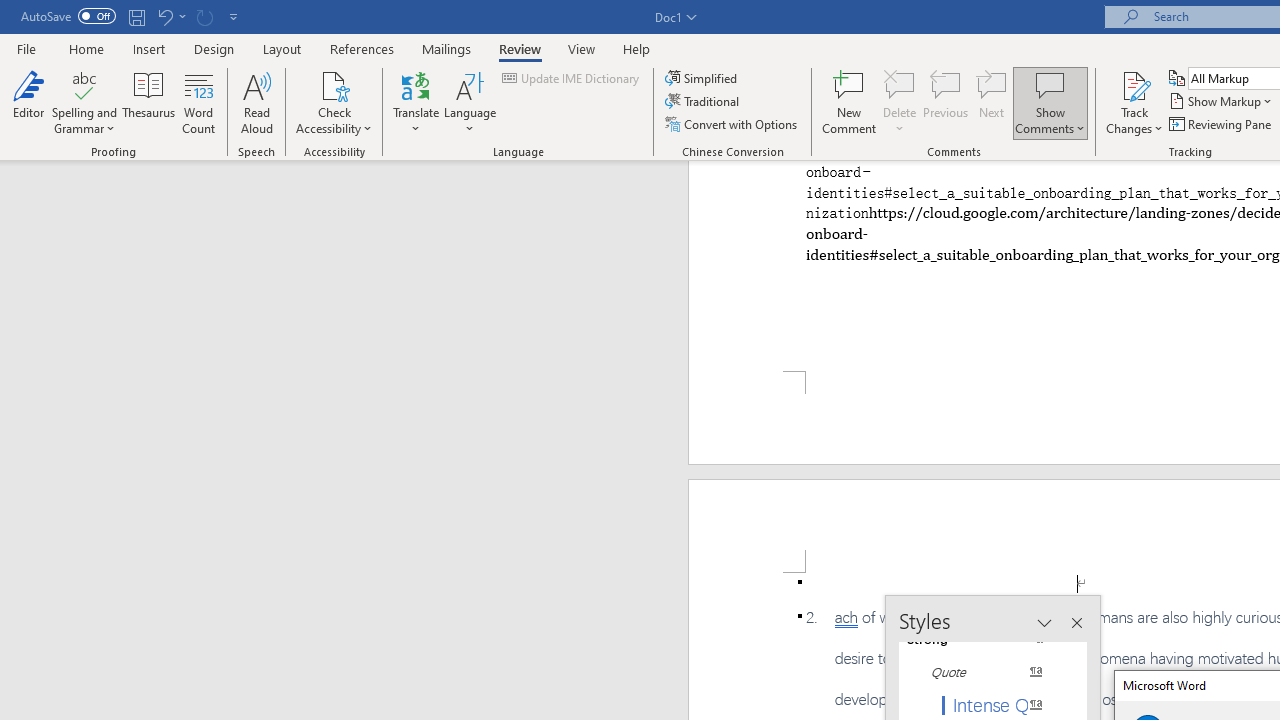 The width and height of the screenshot is (1280, 720). I want to click on 'Reviewing Pane', so click(1220, 124).